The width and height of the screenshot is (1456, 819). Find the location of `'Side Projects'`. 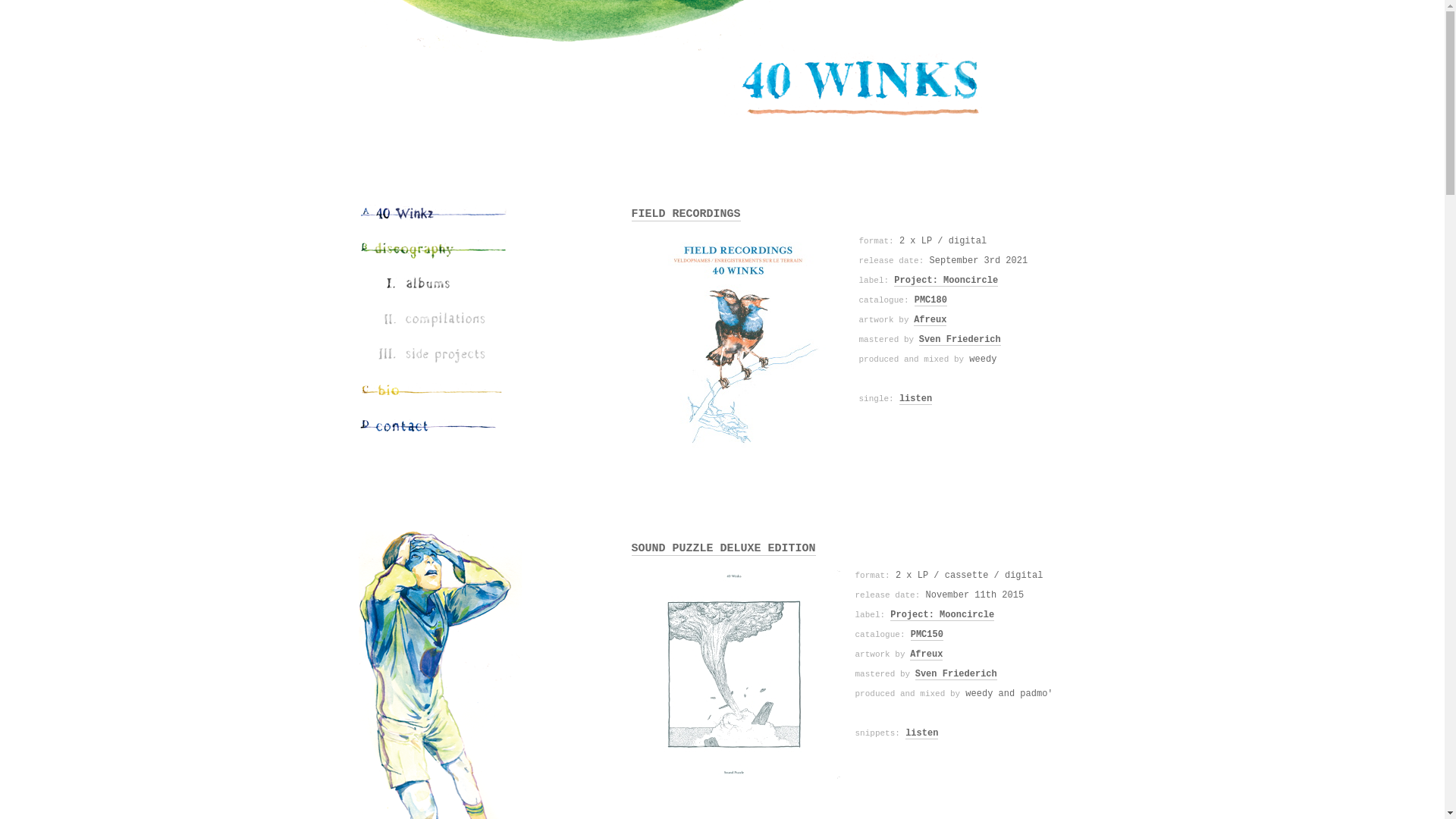

'Side Projects' is located at coordinates (375, 357).